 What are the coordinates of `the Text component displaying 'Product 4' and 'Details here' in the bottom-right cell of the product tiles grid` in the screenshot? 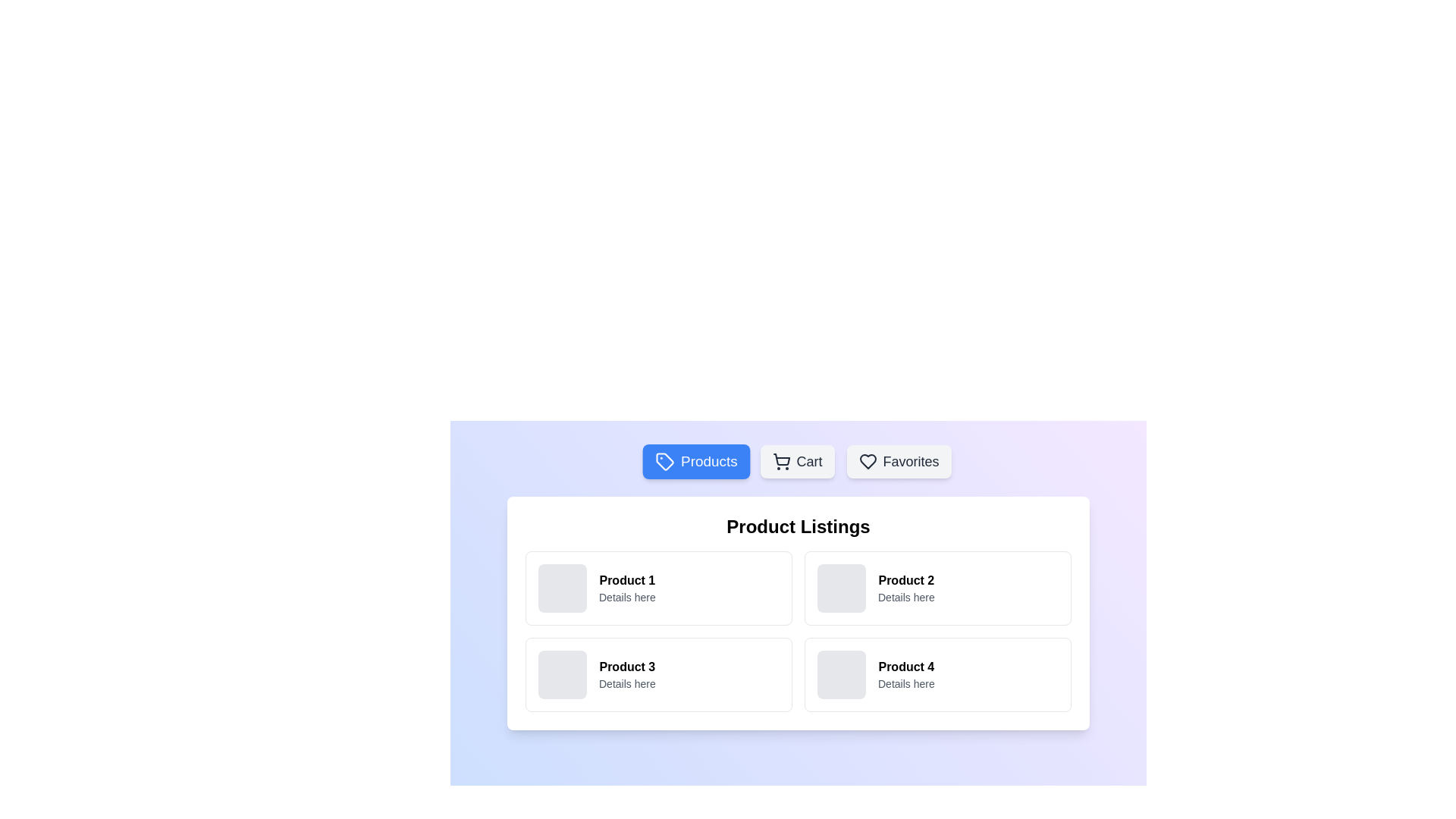 It's located at (906, 674).